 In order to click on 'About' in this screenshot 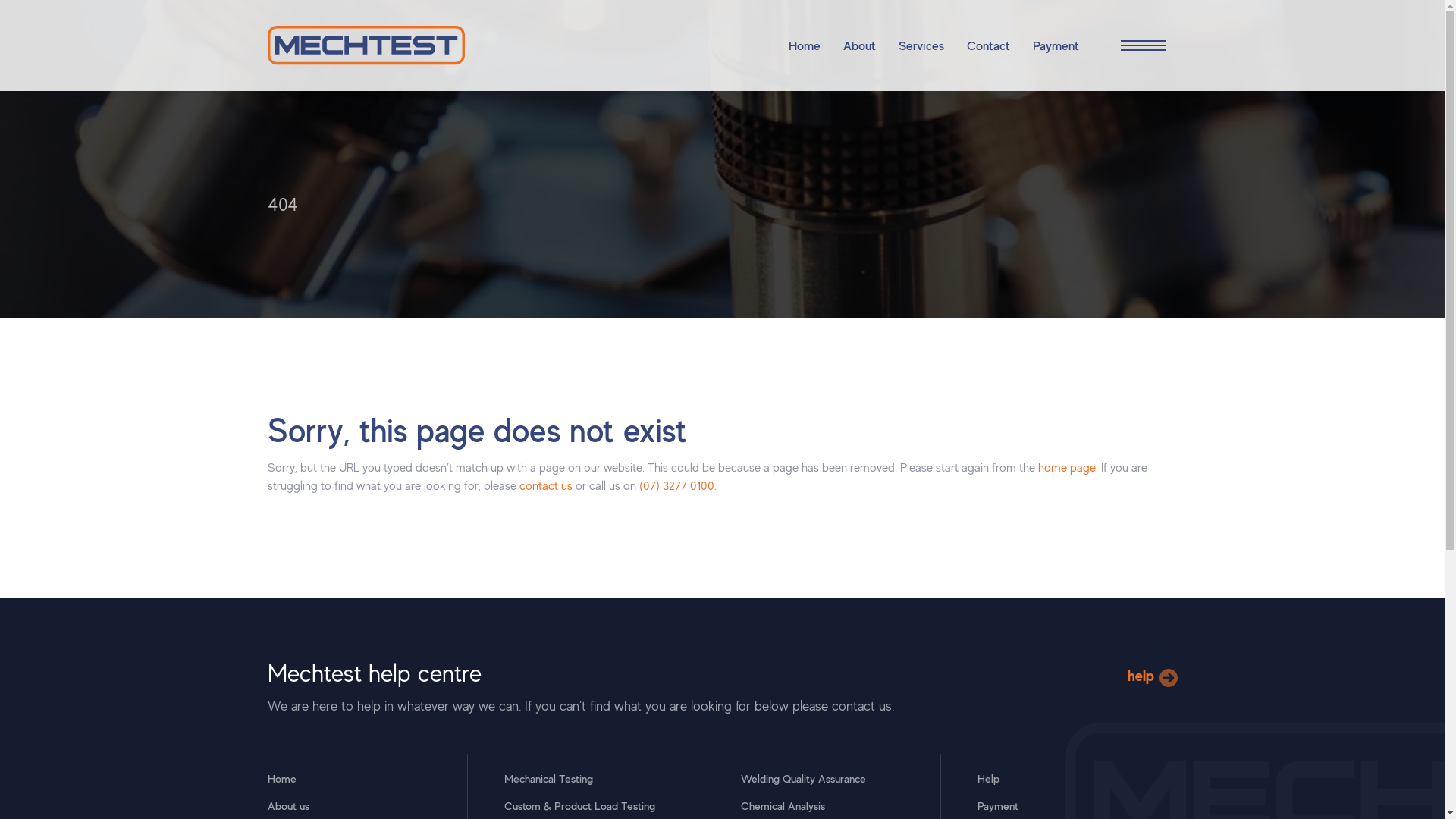, I will do `click(859, 45)`.